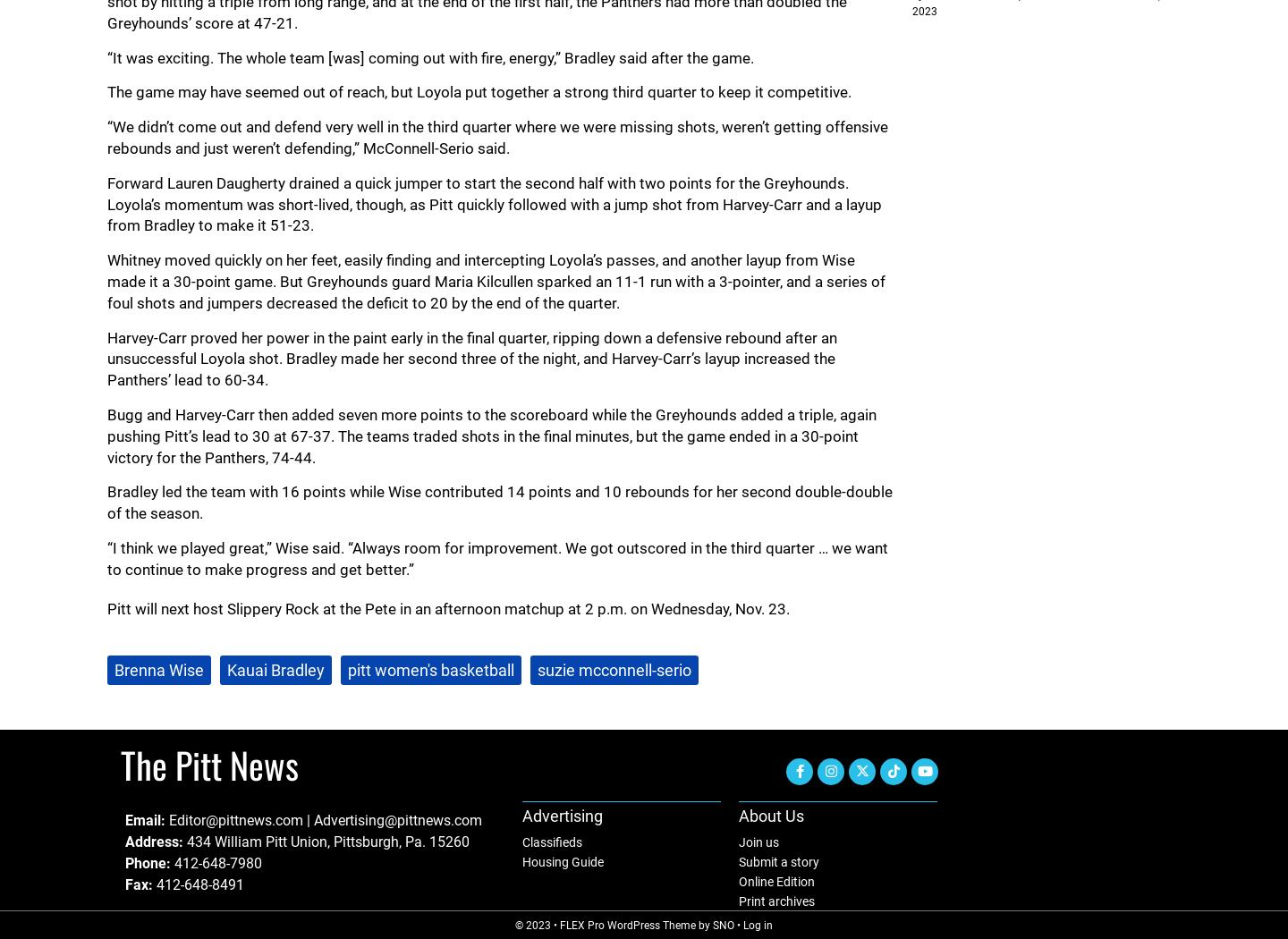 The height and width of the screenshot is (939, 1288). What do you see at coordinates (491, 436) in the screenshot?
I see `'Bugg and Harvey-Carr then added seven more points to the scoreboard while the Greyhounds added a triple, again pushing Pitt’s lead to 30 at 67-37. The teams traded shots in the final minutes, but the game ended in a 30-point victory for the Panthers, 74-44.'` at bounding box center [491, 436].